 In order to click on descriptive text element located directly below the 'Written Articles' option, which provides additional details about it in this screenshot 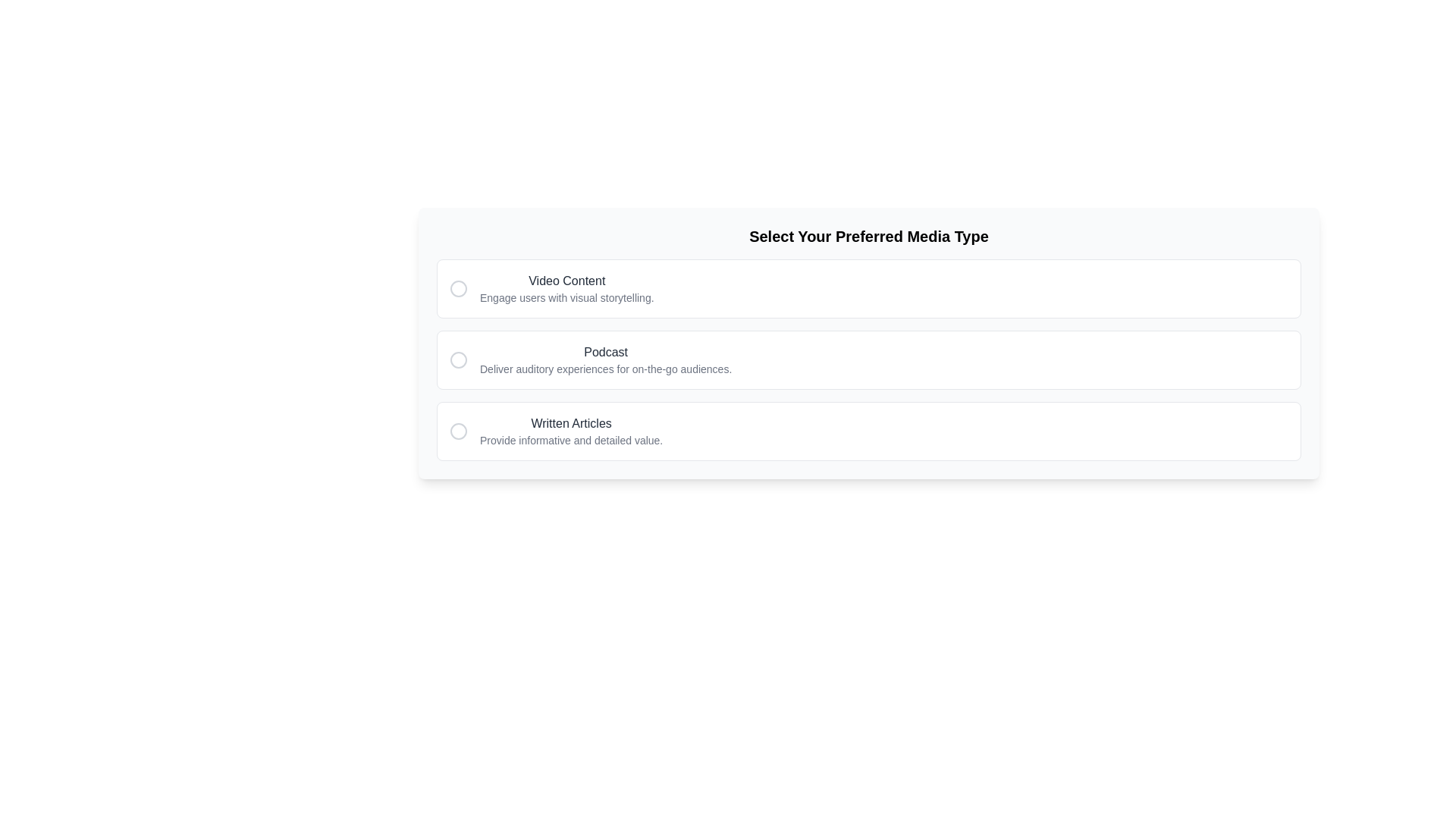, I will do `click(570, 441)`.